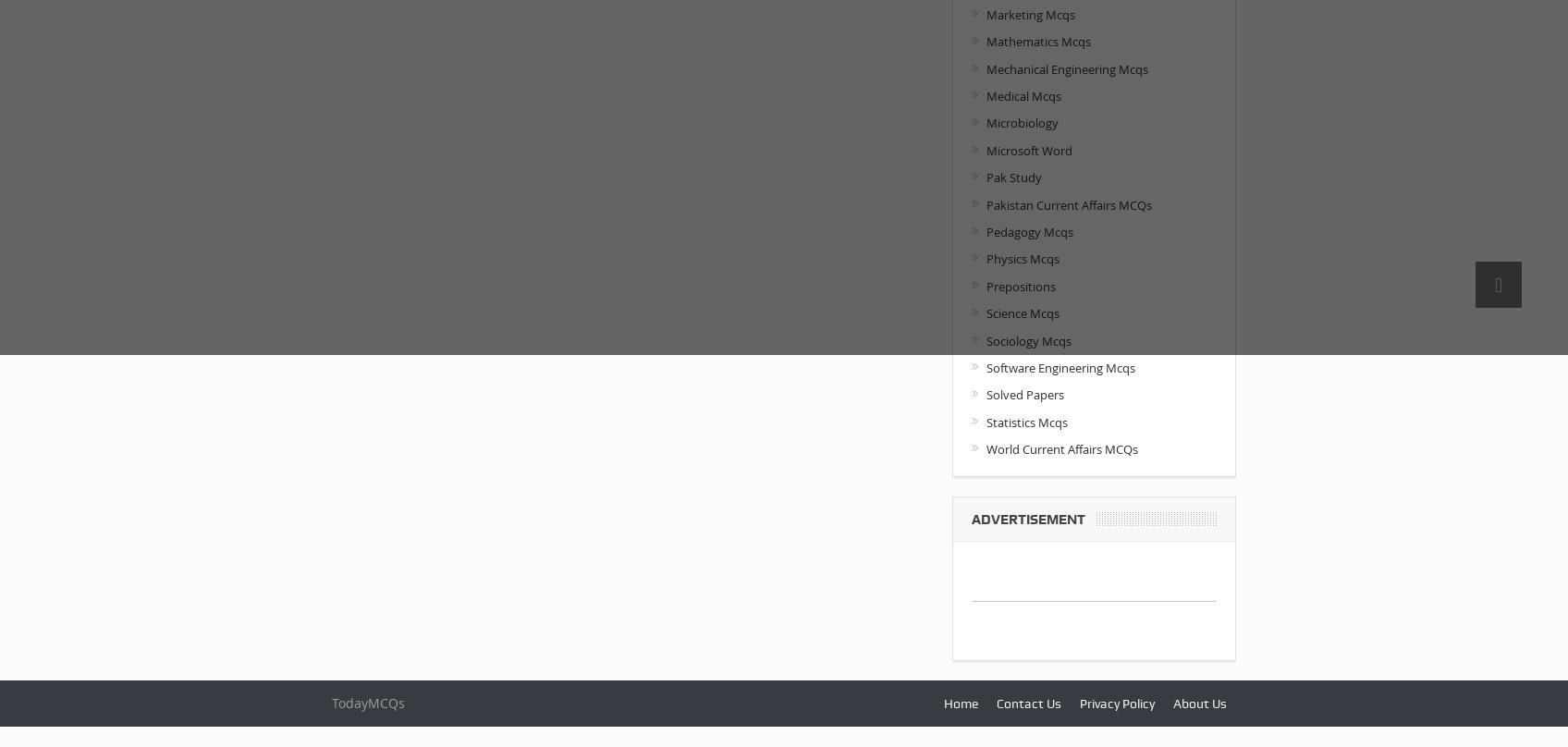 This screenshot has height=747, width=1568. Describe the element at coordinates (1067, 68) in the screenshot. I see `'Mechanical Engineering Mcqs'` at that location.